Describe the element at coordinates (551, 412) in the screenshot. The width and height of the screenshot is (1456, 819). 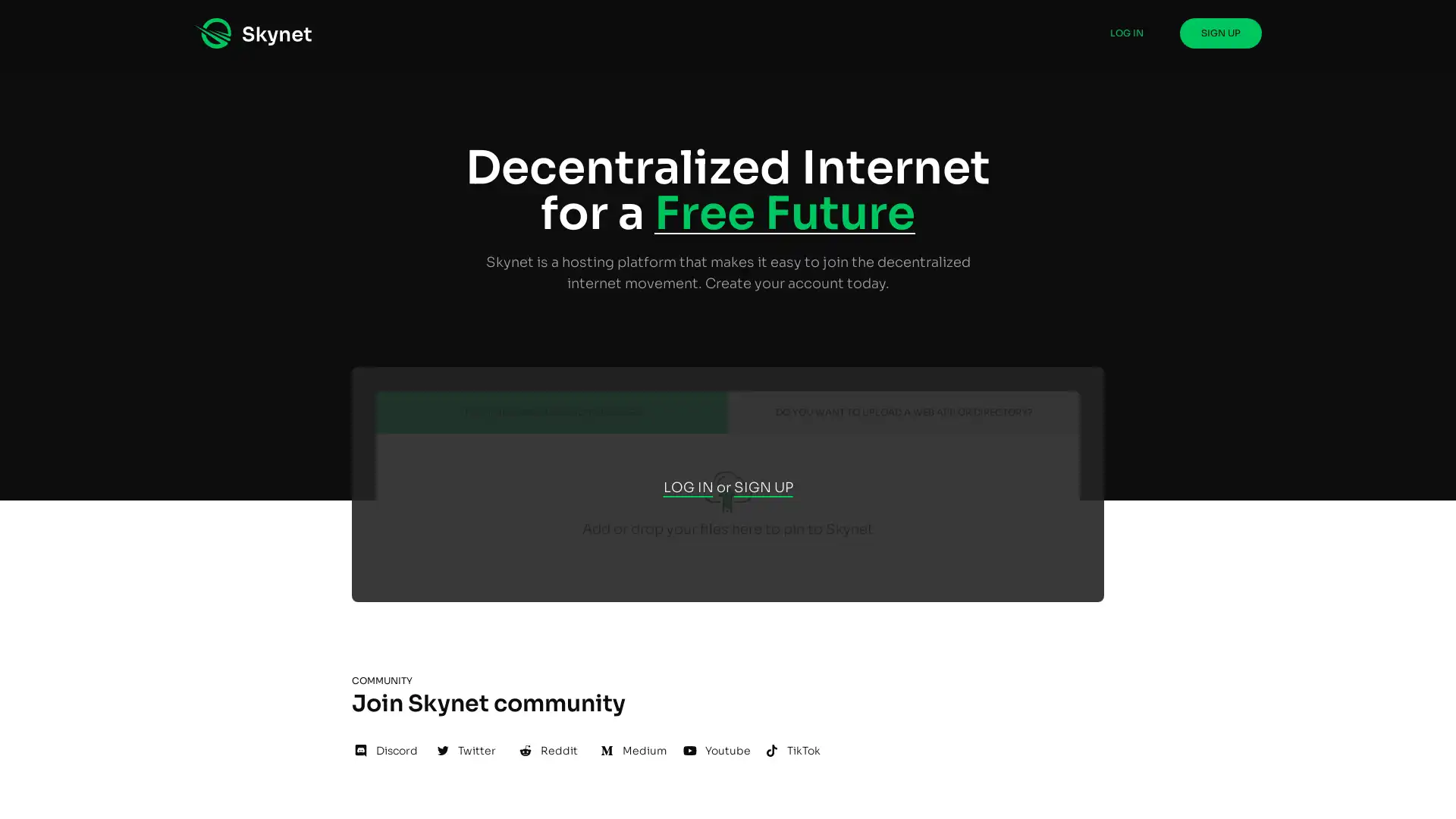
I see `TRY IT NOW AND UPLOAD YOUR FILES` at that location.